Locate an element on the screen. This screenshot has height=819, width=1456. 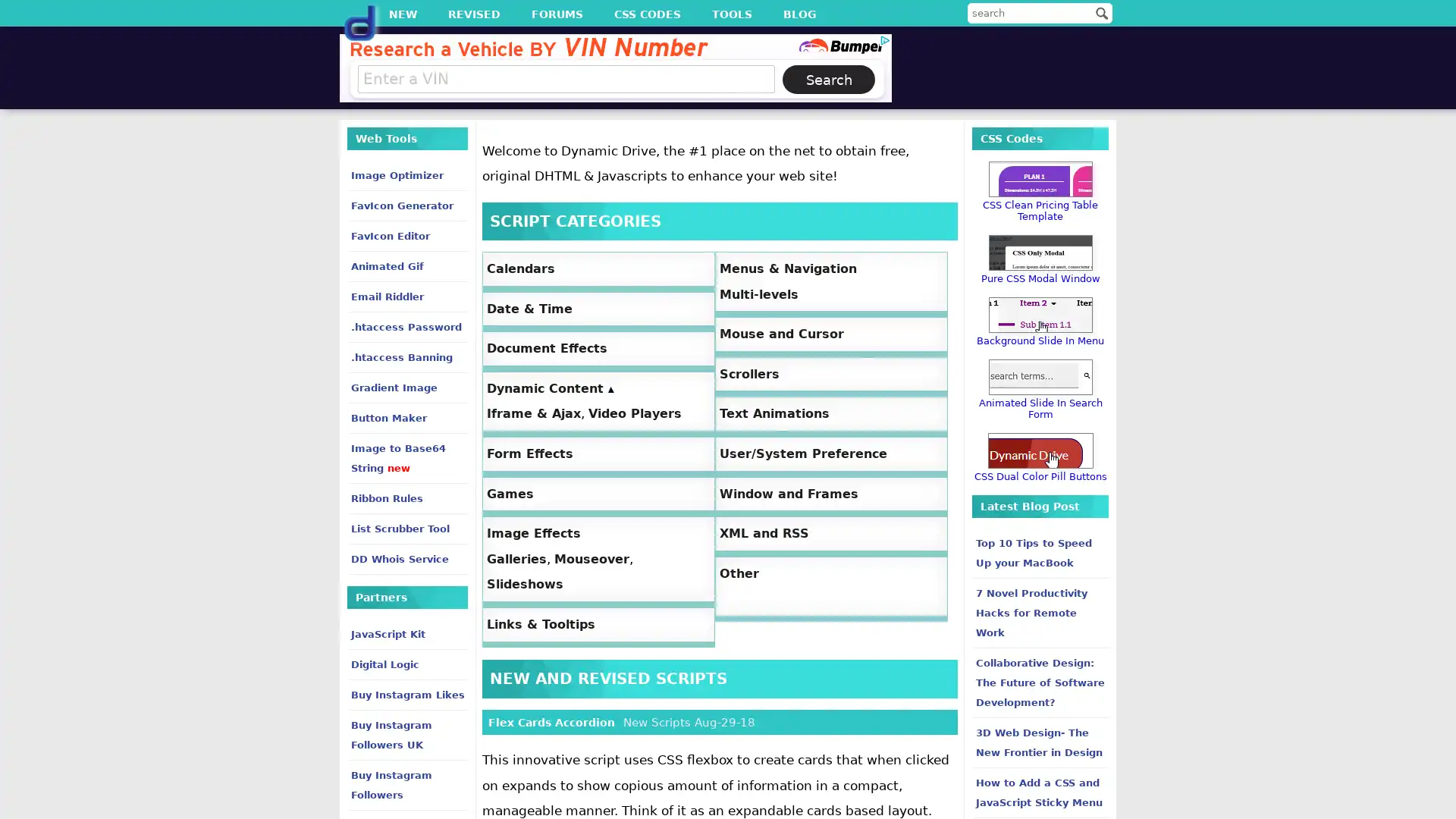
Submit is located at coordinates (1102, 12).